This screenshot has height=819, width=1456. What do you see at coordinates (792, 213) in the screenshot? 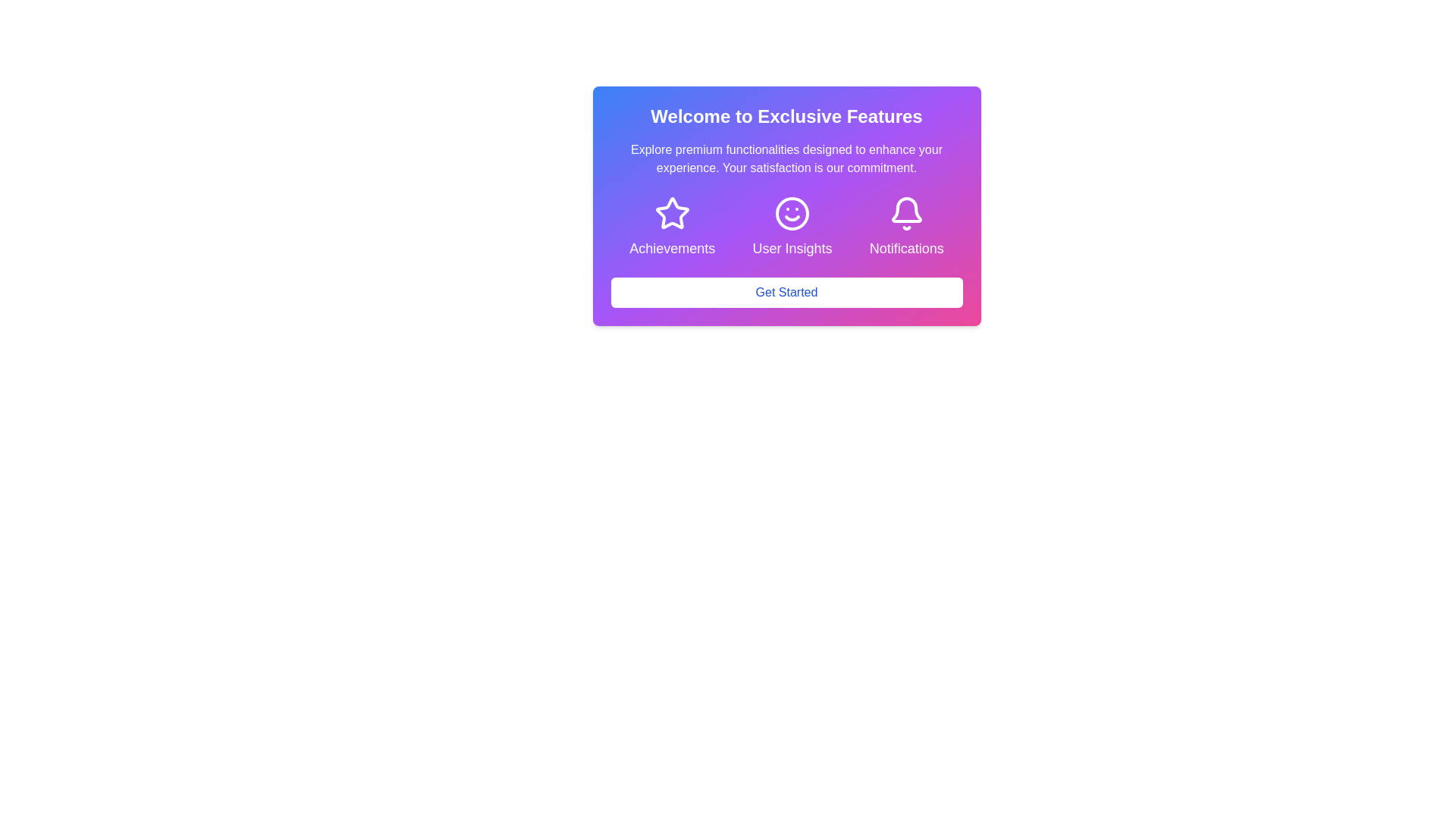
I see `the smiling face icon located in the center of the 'User Insights' section` at bounding box center [792, 213].